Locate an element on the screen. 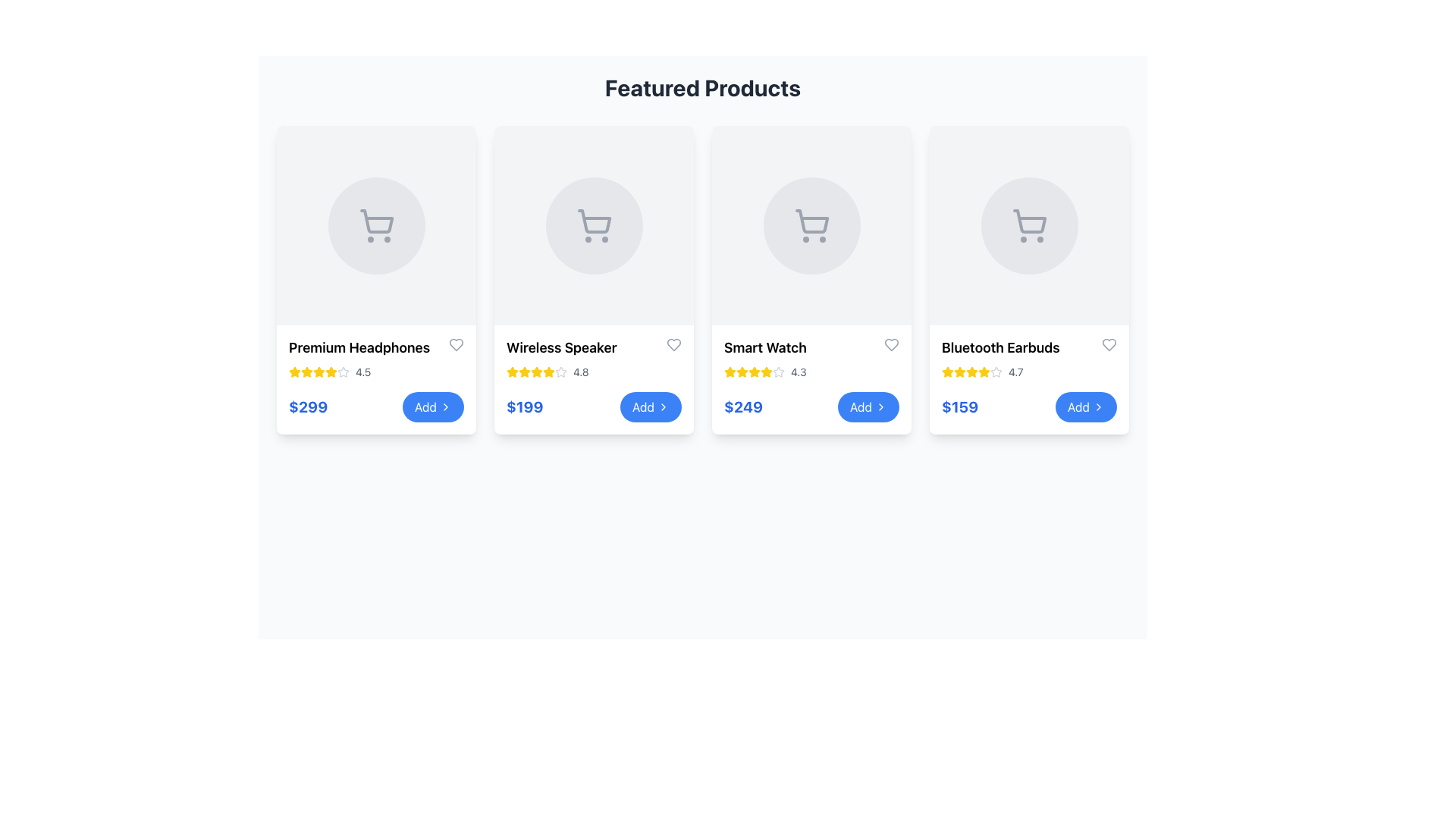  the rightward-pointing chevron arrow icon located within the 'Add' button of the 'Smart Watch' card, which indicates adding an item is located at coordinates (880, 406).